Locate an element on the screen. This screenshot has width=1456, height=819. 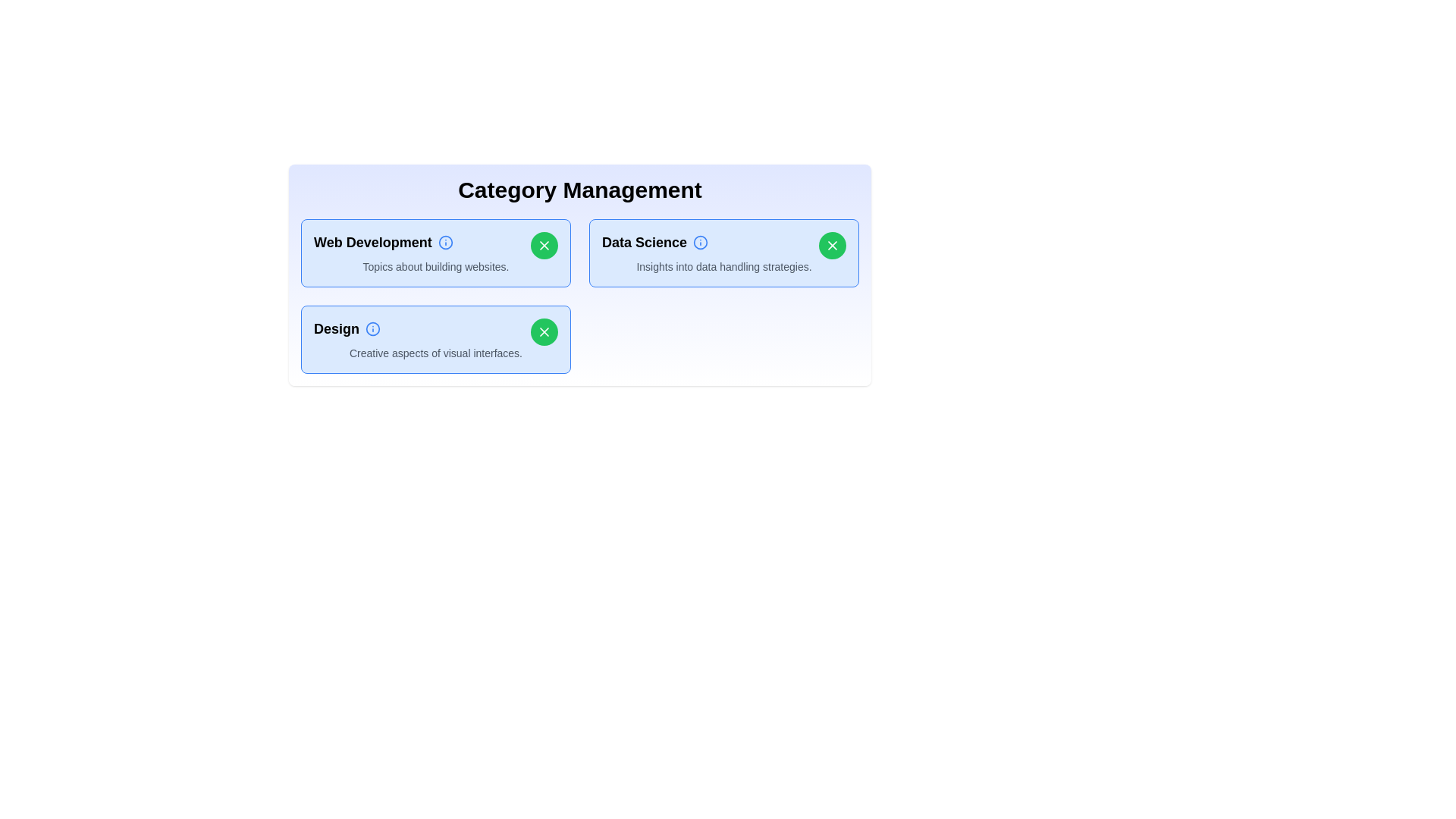
'X' button of the category named Design to toggle its selection status is located at coordinates (544, 331).